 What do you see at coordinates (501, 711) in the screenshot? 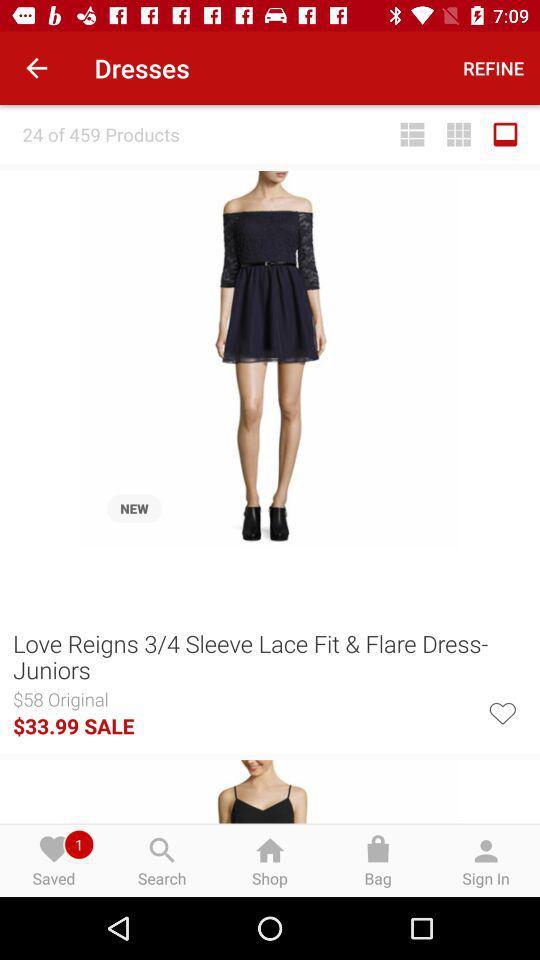
I see `the icon below the love reigns 3 icon` at bounding box center [501, 711].